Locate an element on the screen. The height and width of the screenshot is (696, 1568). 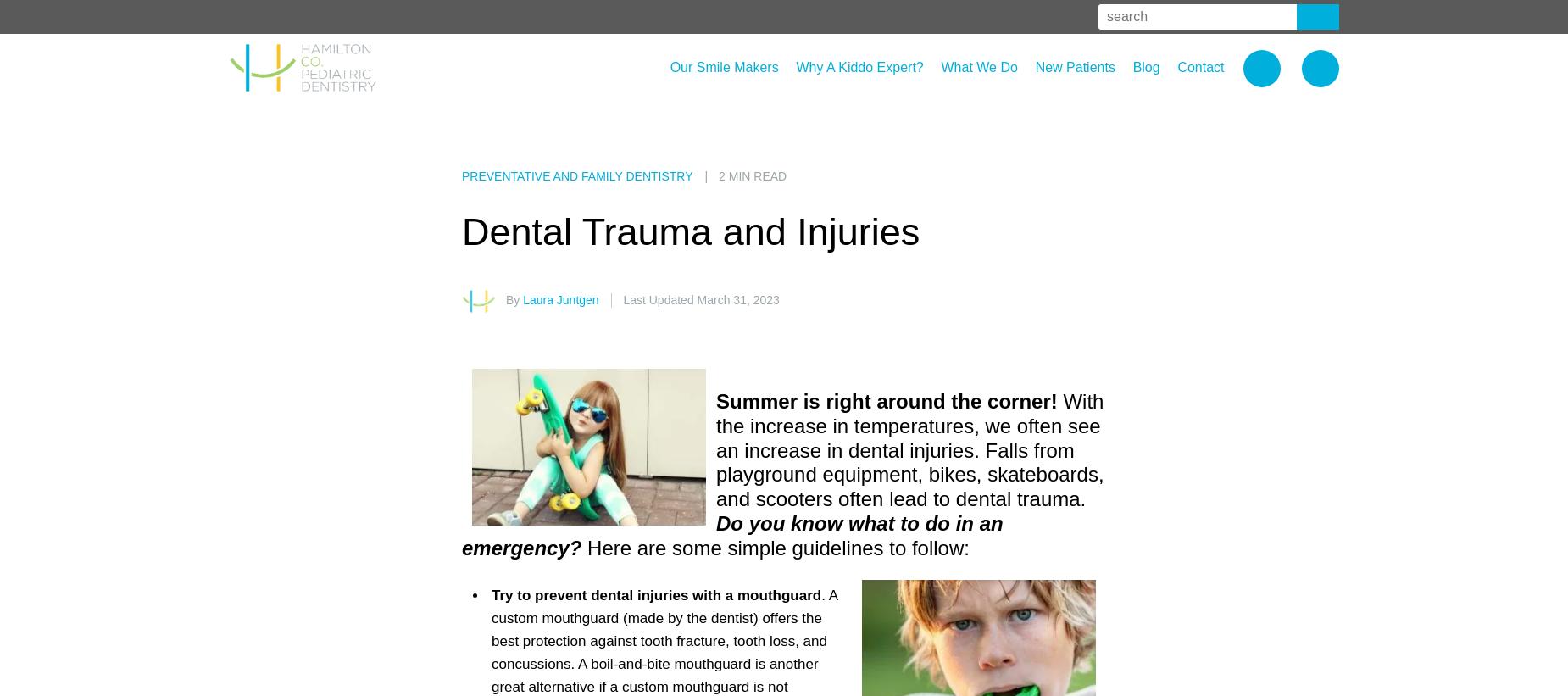
'Desensitization Program' is located at coordinates (1036, 118).